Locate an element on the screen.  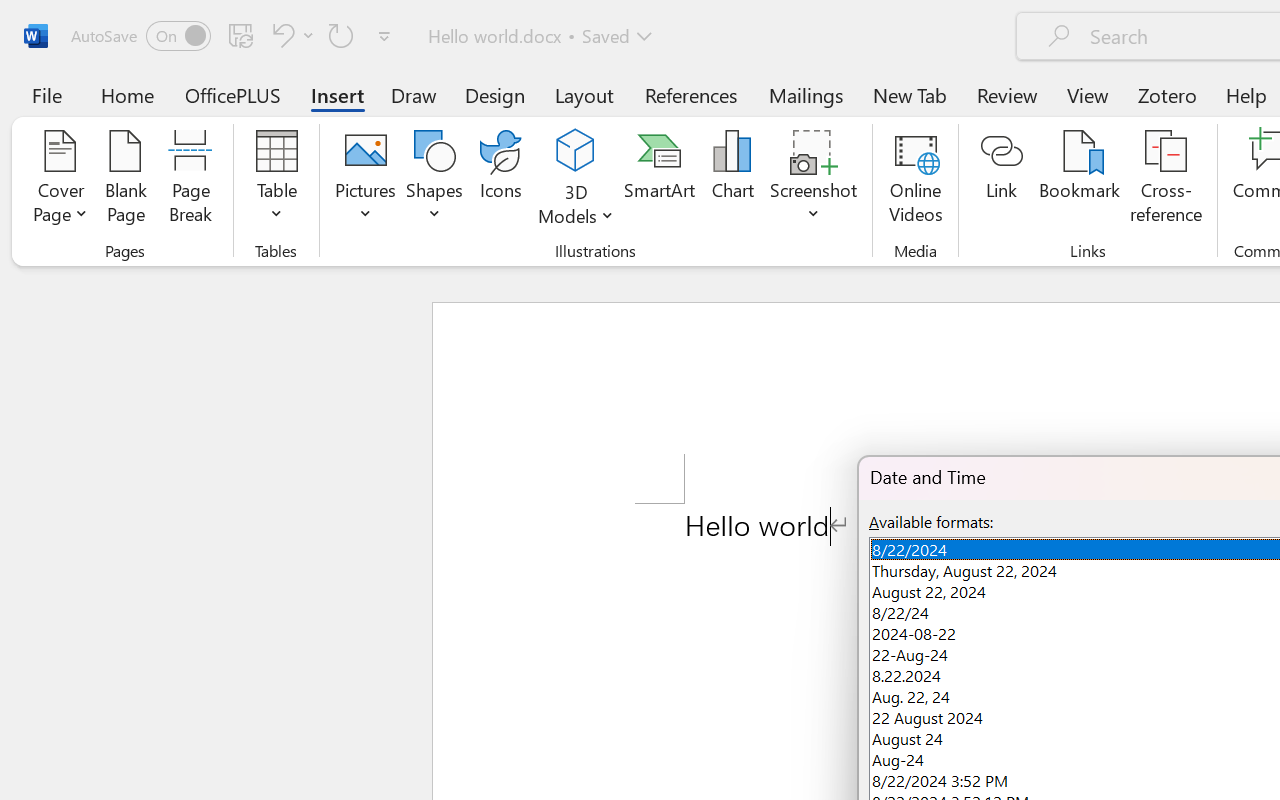
'New Tab' is located at coordinates (909, 94).